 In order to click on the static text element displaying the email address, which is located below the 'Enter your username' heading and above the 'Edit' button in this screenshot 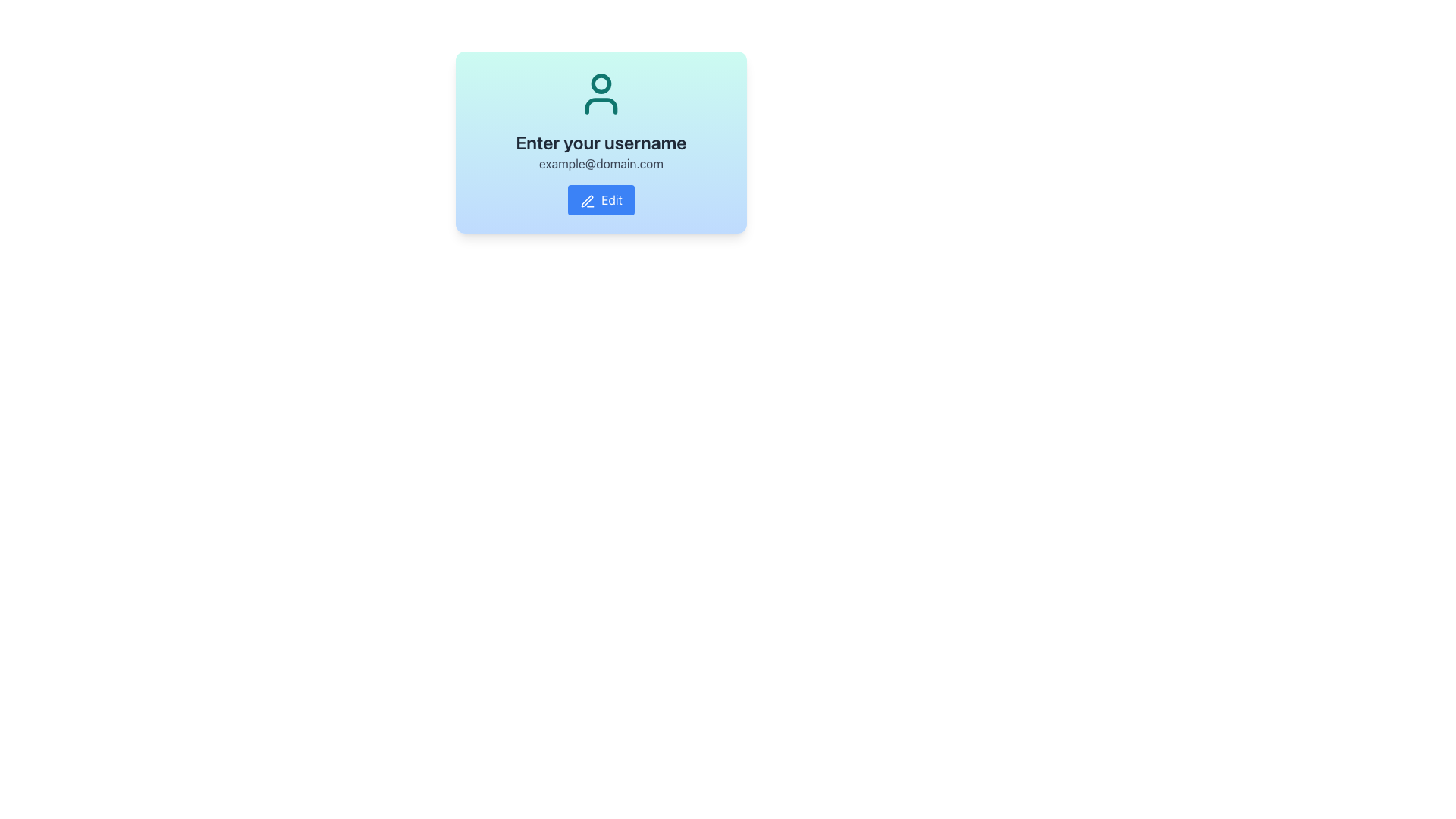, I will do `click(600, 164)`.